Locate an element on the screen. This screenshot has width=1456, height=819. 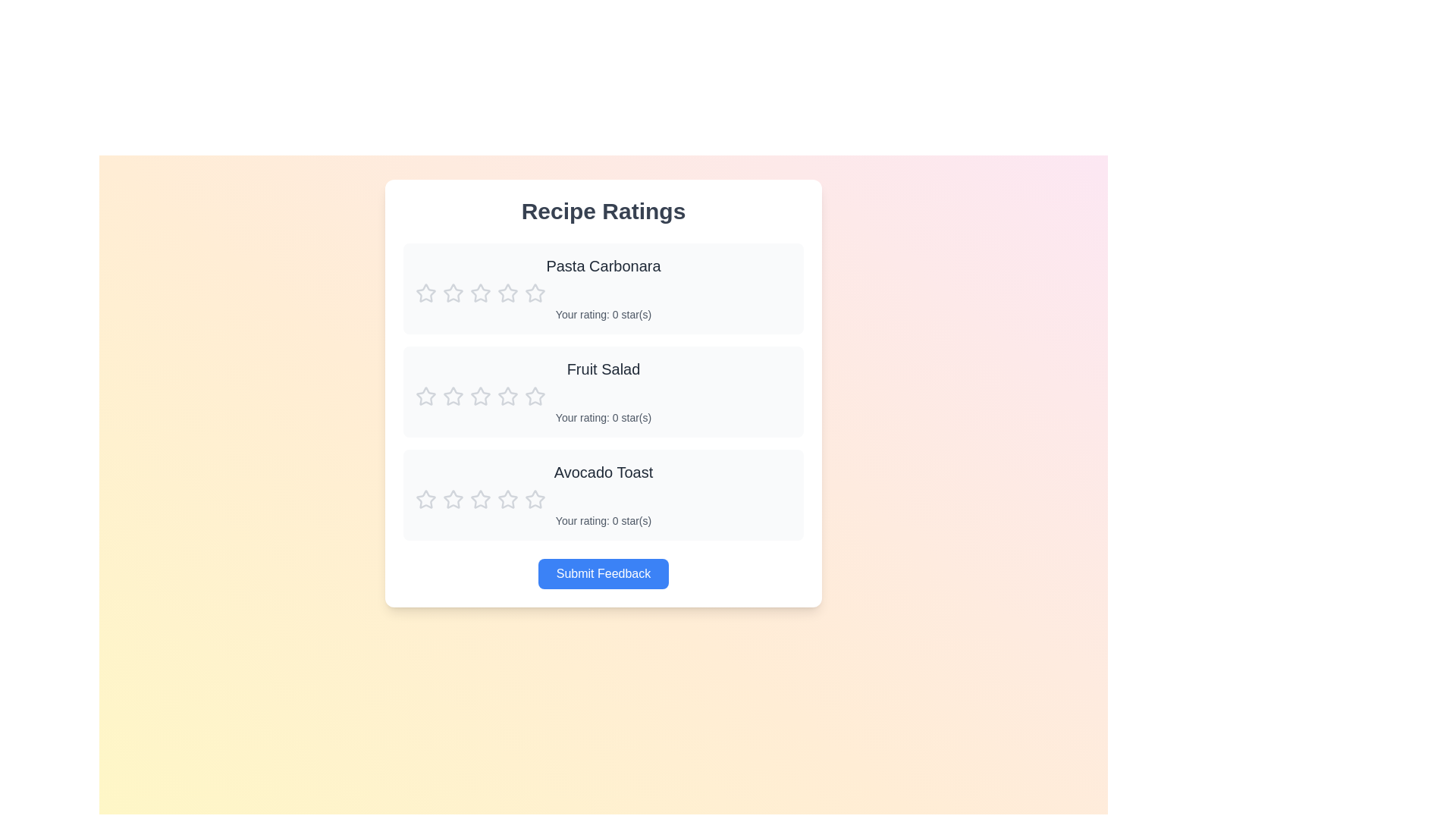
the first hollow star in the star rating system beside the 'Pasta Carbonara' label is located at coordinates (453, 293).